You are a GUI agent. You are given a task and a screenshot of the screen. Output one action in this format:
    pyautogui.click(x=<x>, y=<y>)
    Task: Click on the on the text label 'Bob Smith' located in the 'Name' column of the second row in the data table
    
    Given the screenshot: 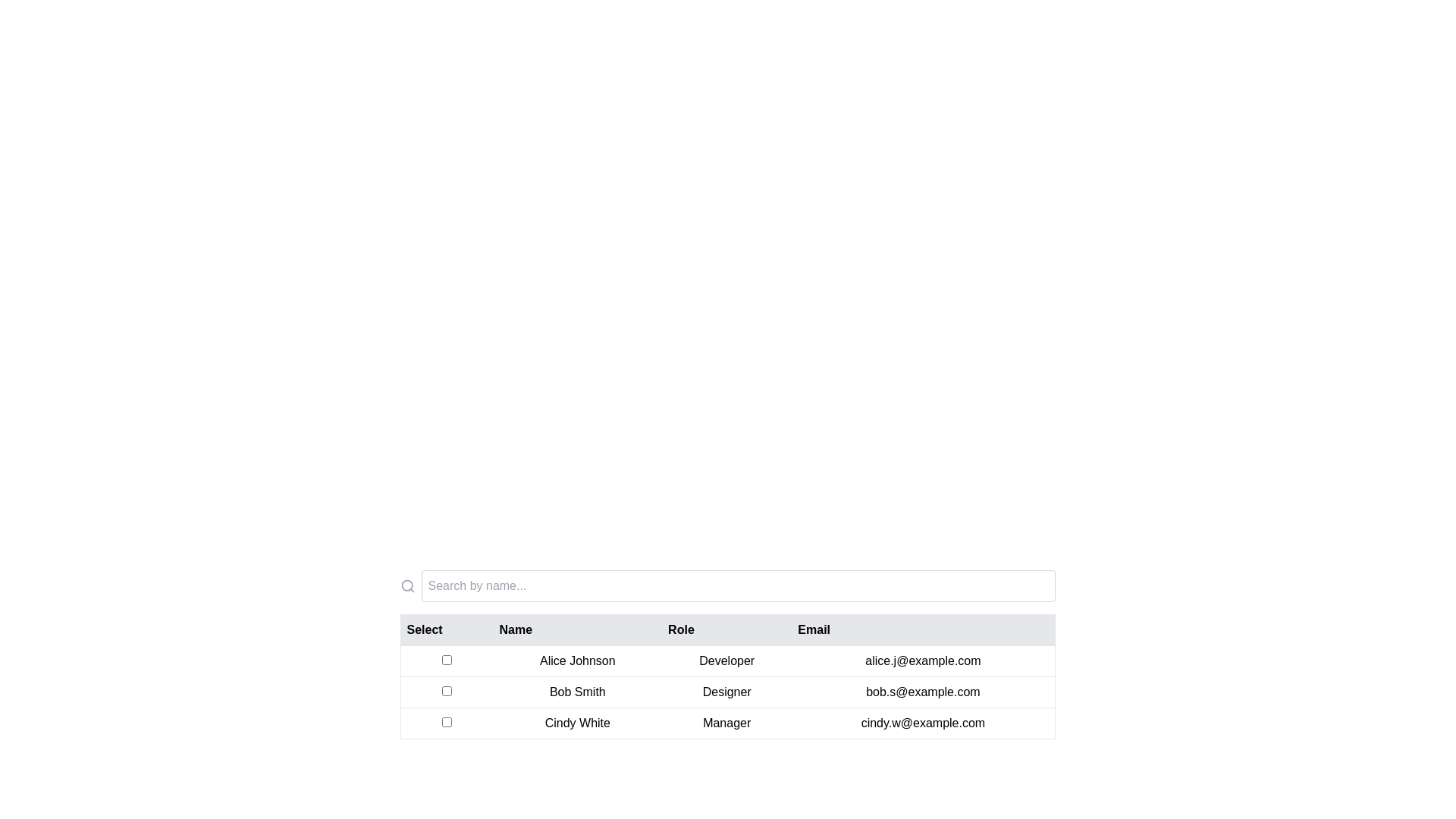 What is the action you would take?
    pyautogui.click(x=576, y=692)
    